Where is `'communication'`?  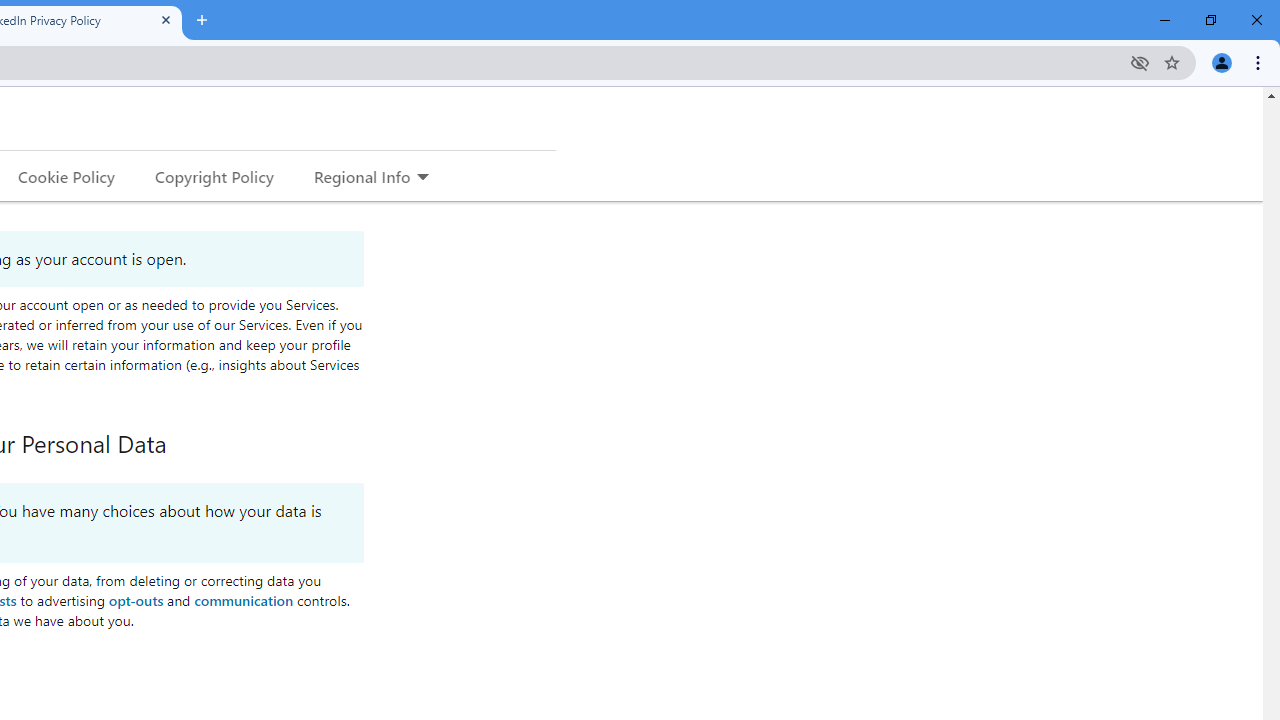
'communication' is located at coordinates (243, 598).